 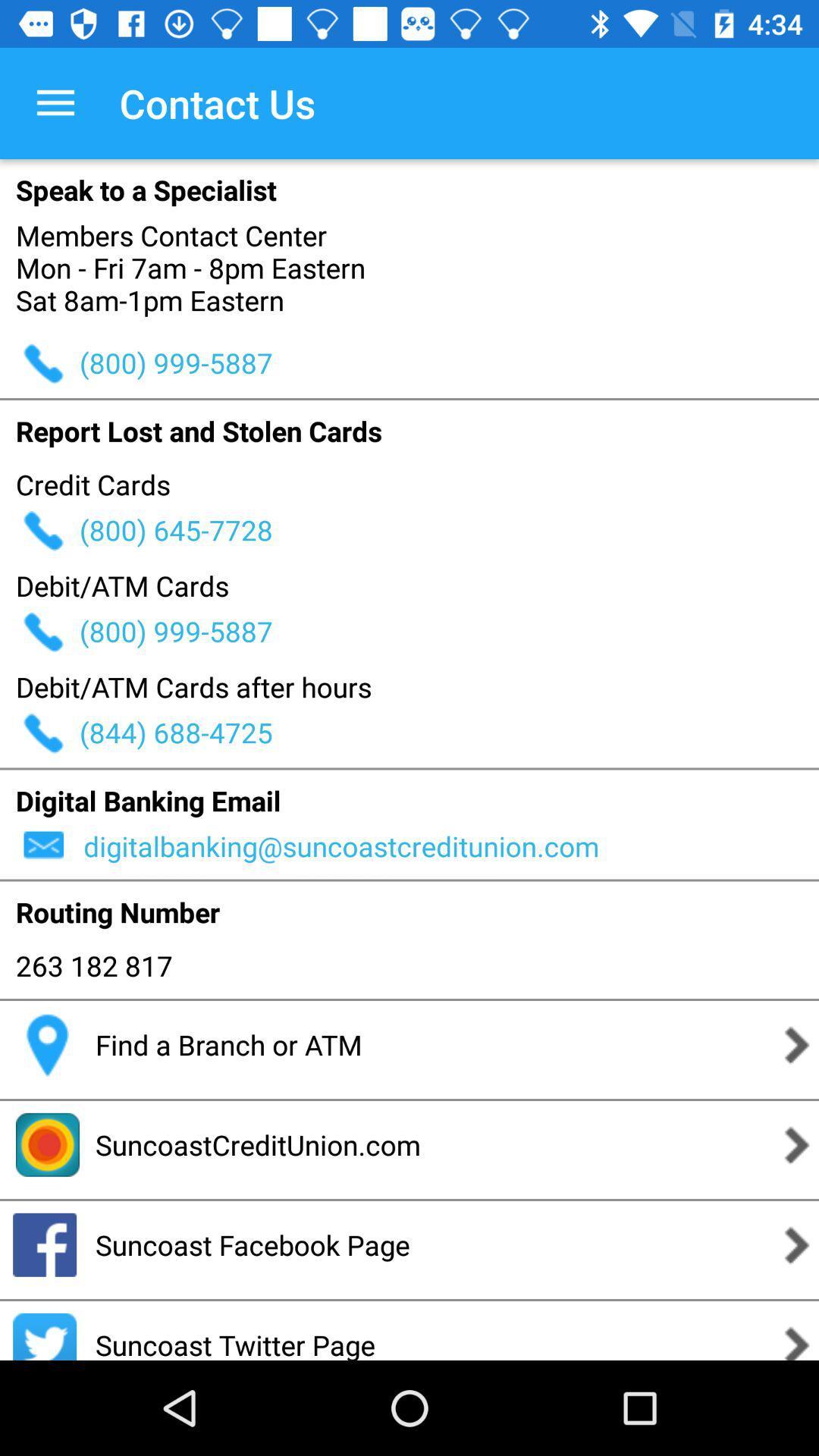 I want to click on (844) 688-4725 icon, so click(x=448, y=732).